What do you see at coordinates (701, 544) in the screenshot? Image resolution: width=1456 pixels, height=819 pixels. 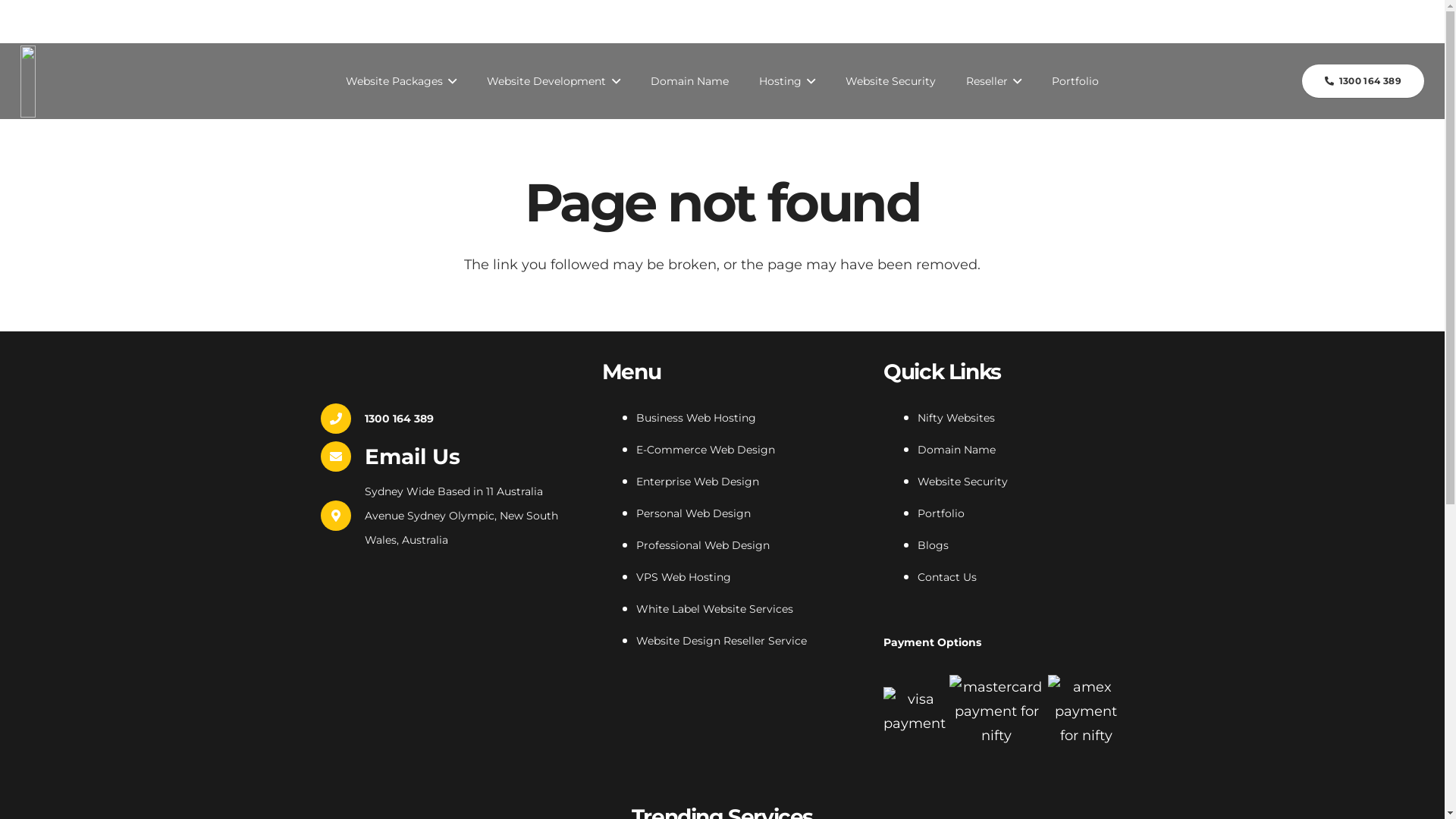 I see `'Professional Web Design'` at bounding box center [701, 544].